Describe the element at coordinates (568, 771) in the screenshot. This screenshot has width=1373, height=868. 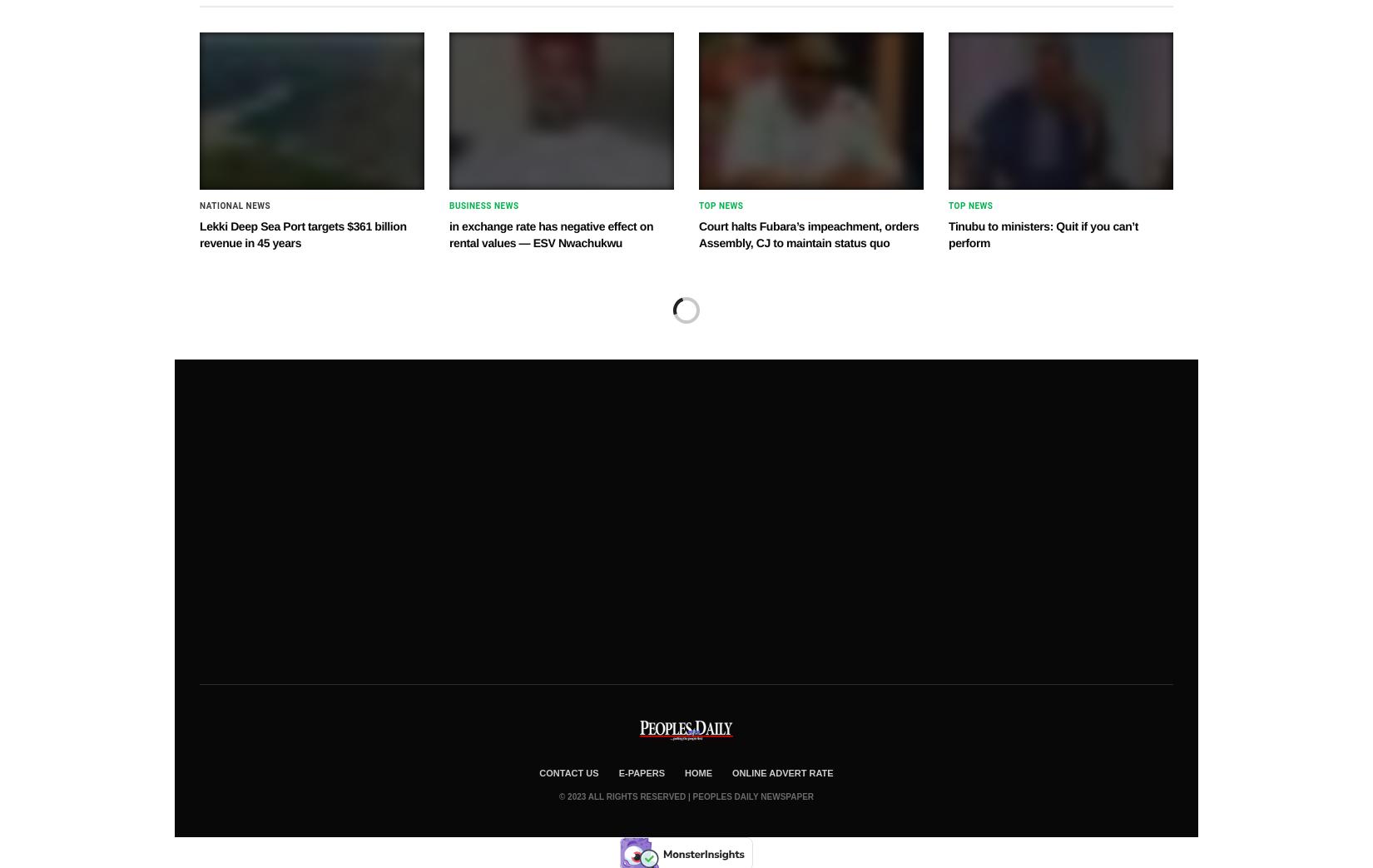
I see `'Contact Us'` at that location.